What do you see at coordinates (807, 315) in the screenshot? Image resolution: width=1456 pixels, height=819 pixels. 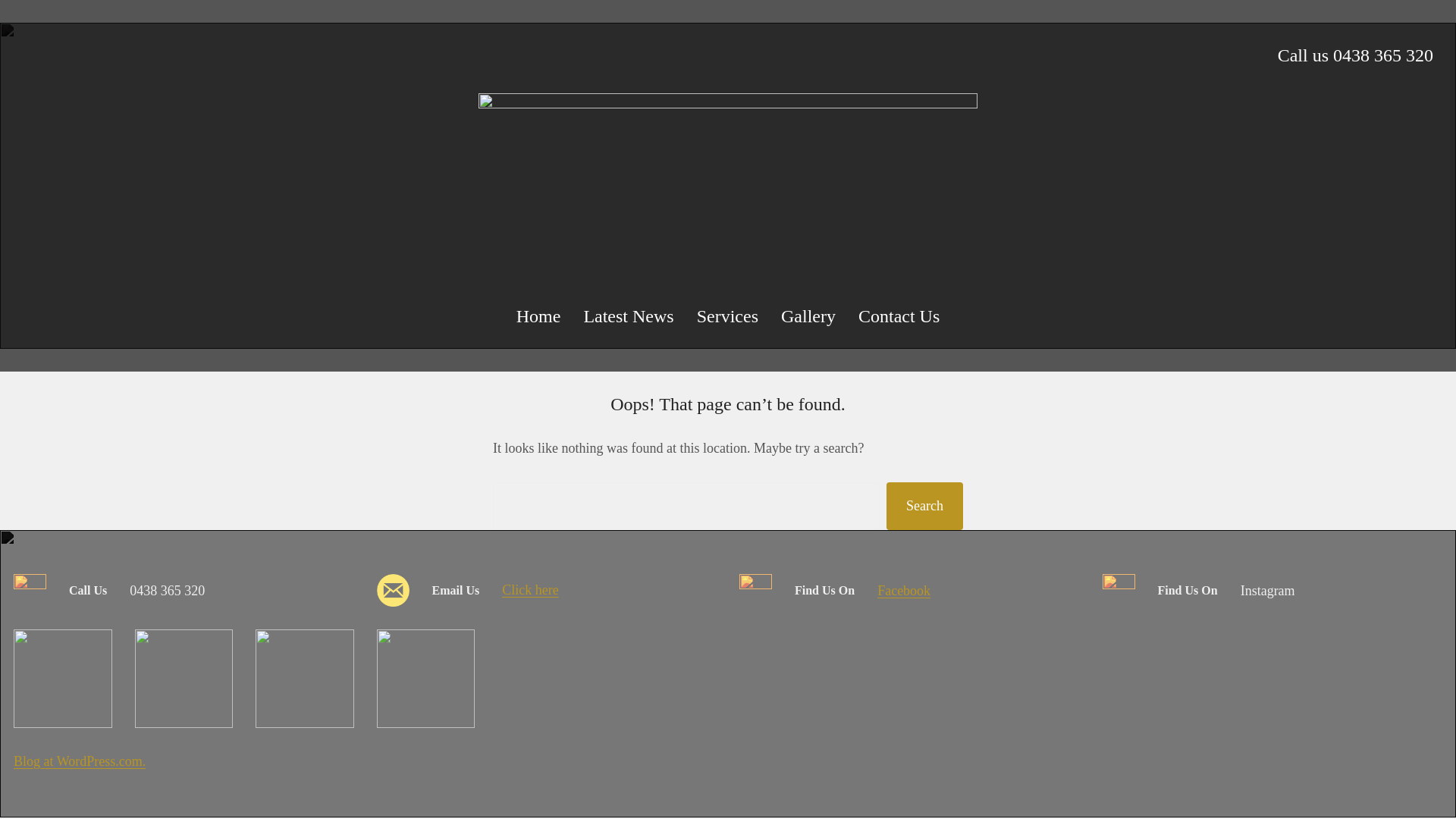 I see `'Gallery'` at bounding box center [807, 315].